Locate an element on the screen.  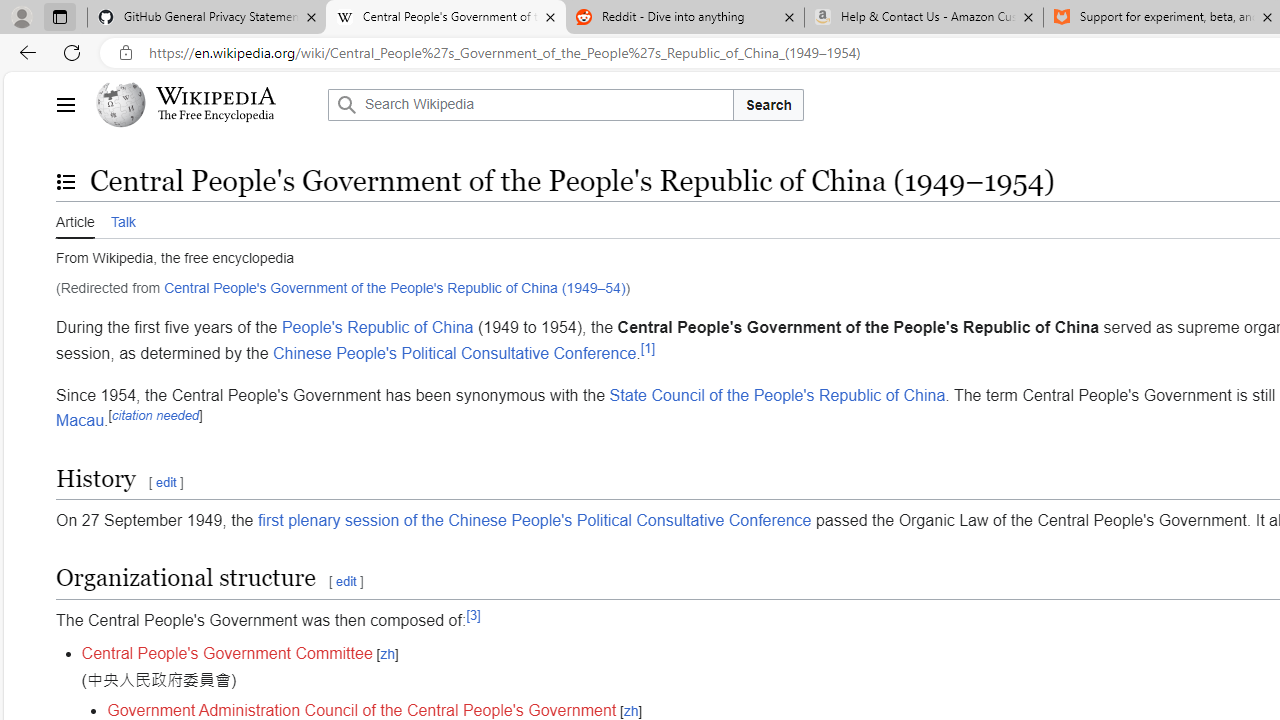
'The Free Encyclopedia' is located at coordinates (216, 116).